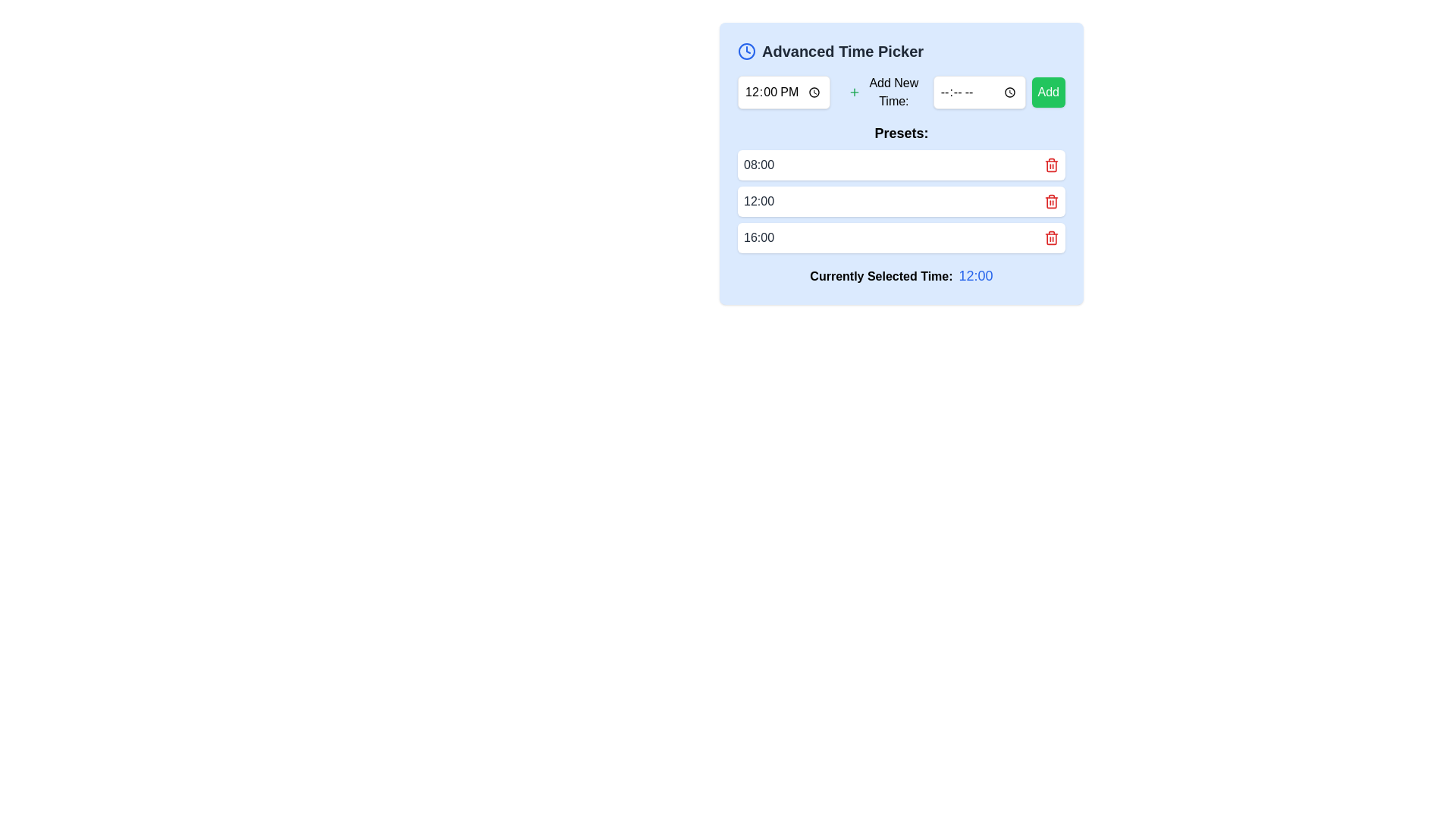 This screenshot has height=819, width=1456. Describe the element at coordinates (955, 93) in the screenshot. I see `the 'Add' button in the Grouped component that allows users to input and add a new time to a list or schedule` at that location.